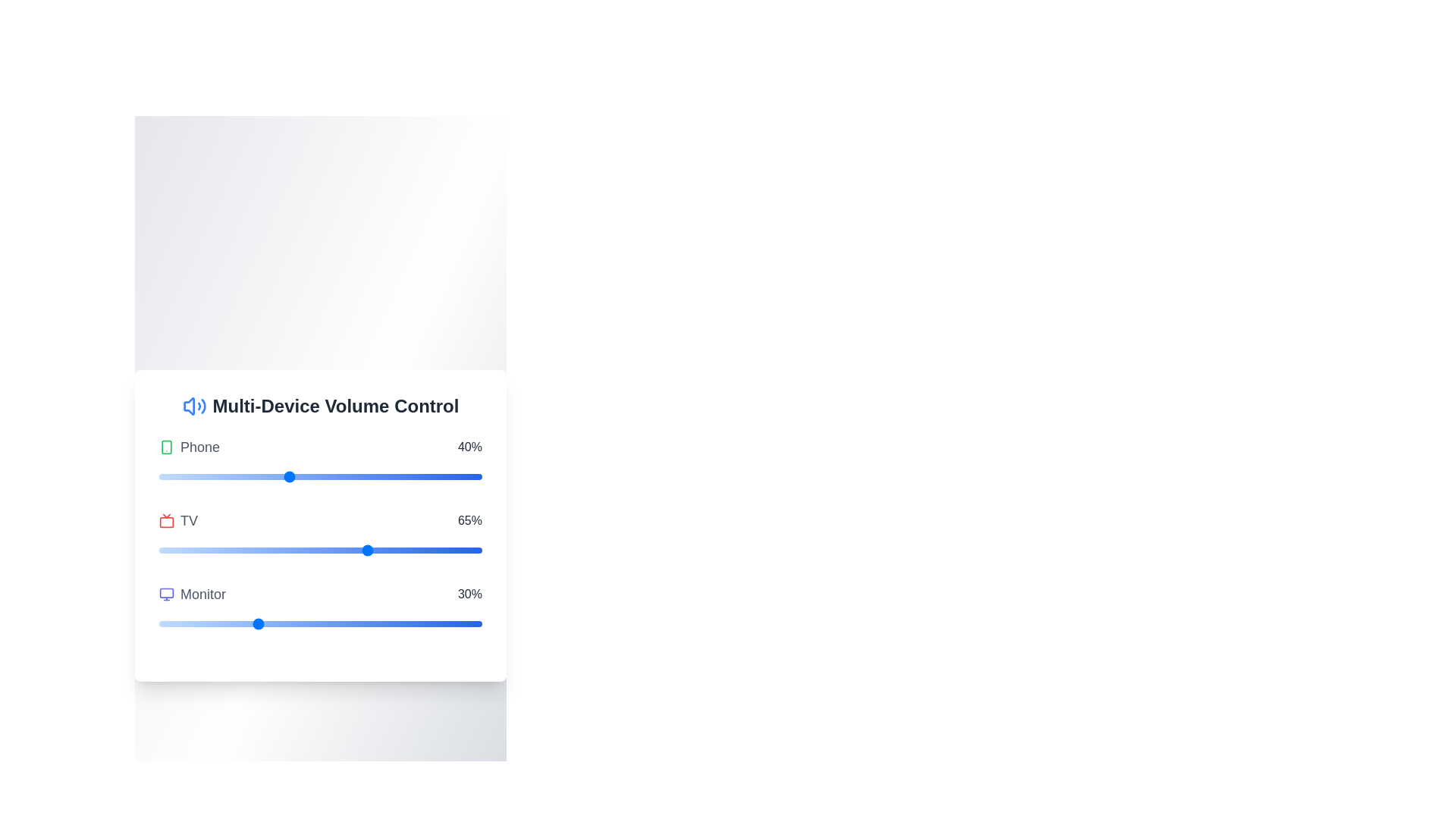 This screenshot has height=819, width=1456. Describe the element at coordinates (378, 475) in the screenshot. I see `the volume slider` at that location.